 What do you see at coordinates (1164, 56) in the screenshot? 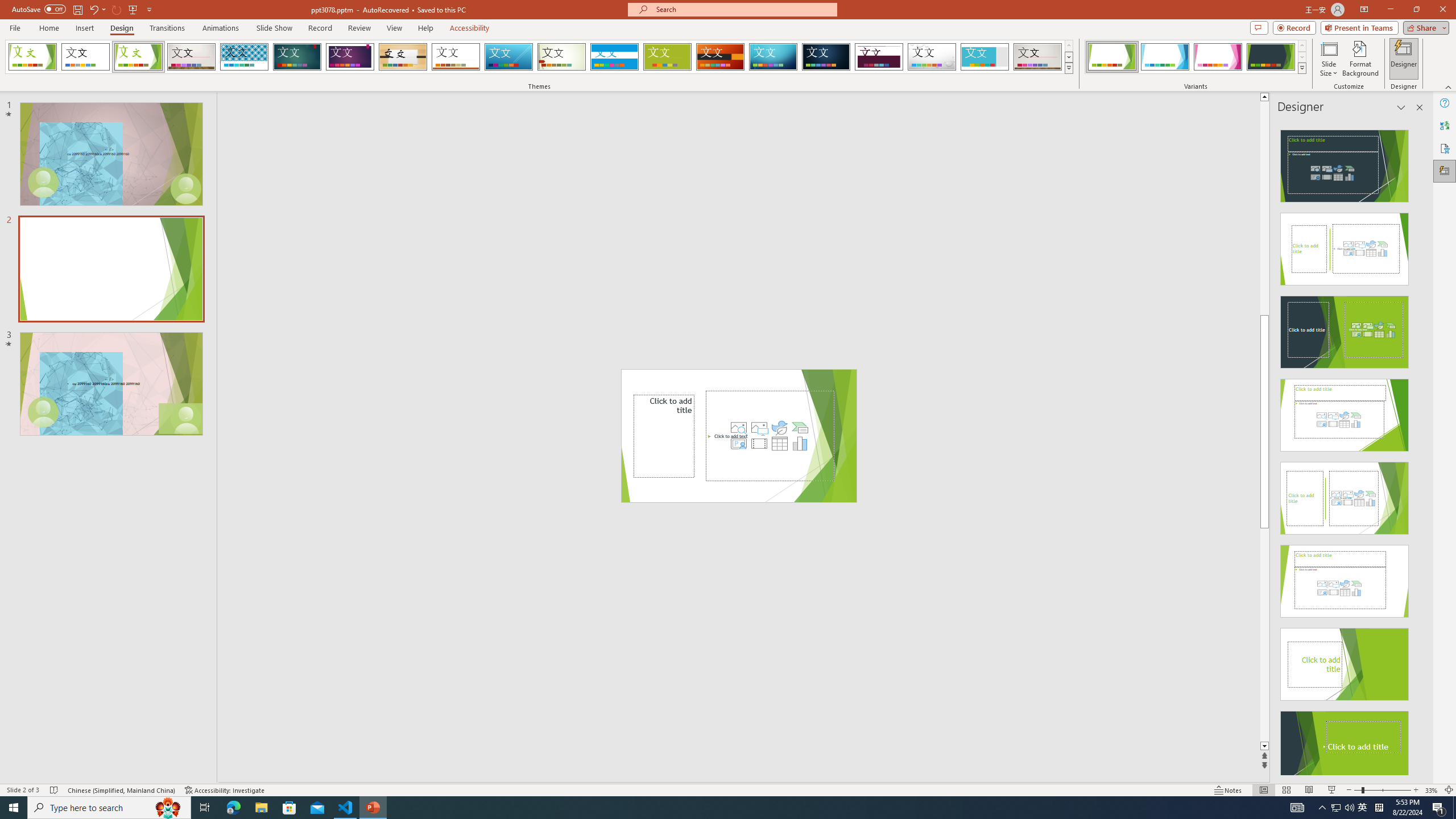
I see `'Facet Variant 2'` at bounding box center [1164, 56].